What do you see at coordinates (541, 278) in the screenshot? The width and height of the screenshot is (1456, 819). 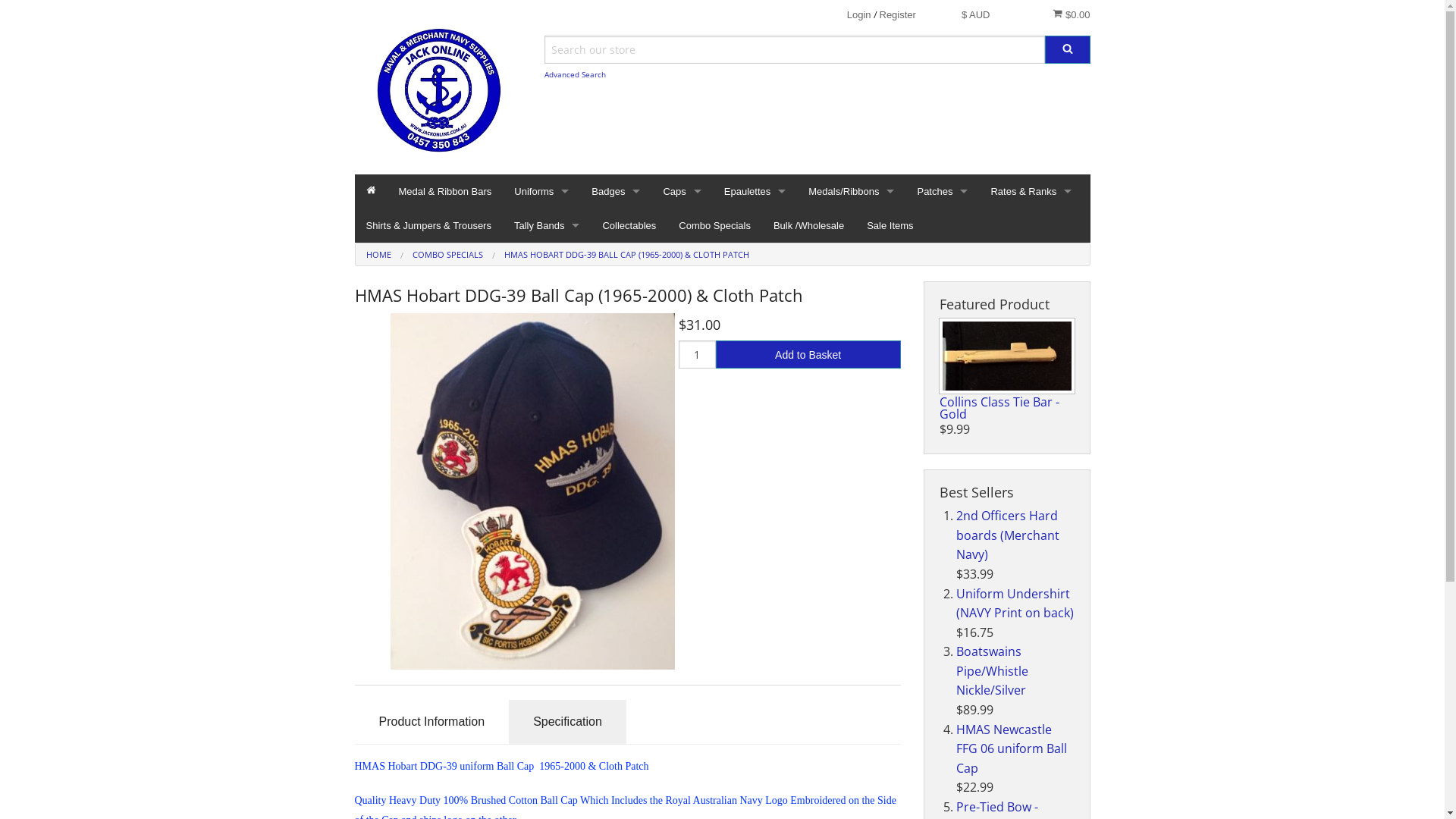 I see `'Accessories'` at bounding box center [541, 278].